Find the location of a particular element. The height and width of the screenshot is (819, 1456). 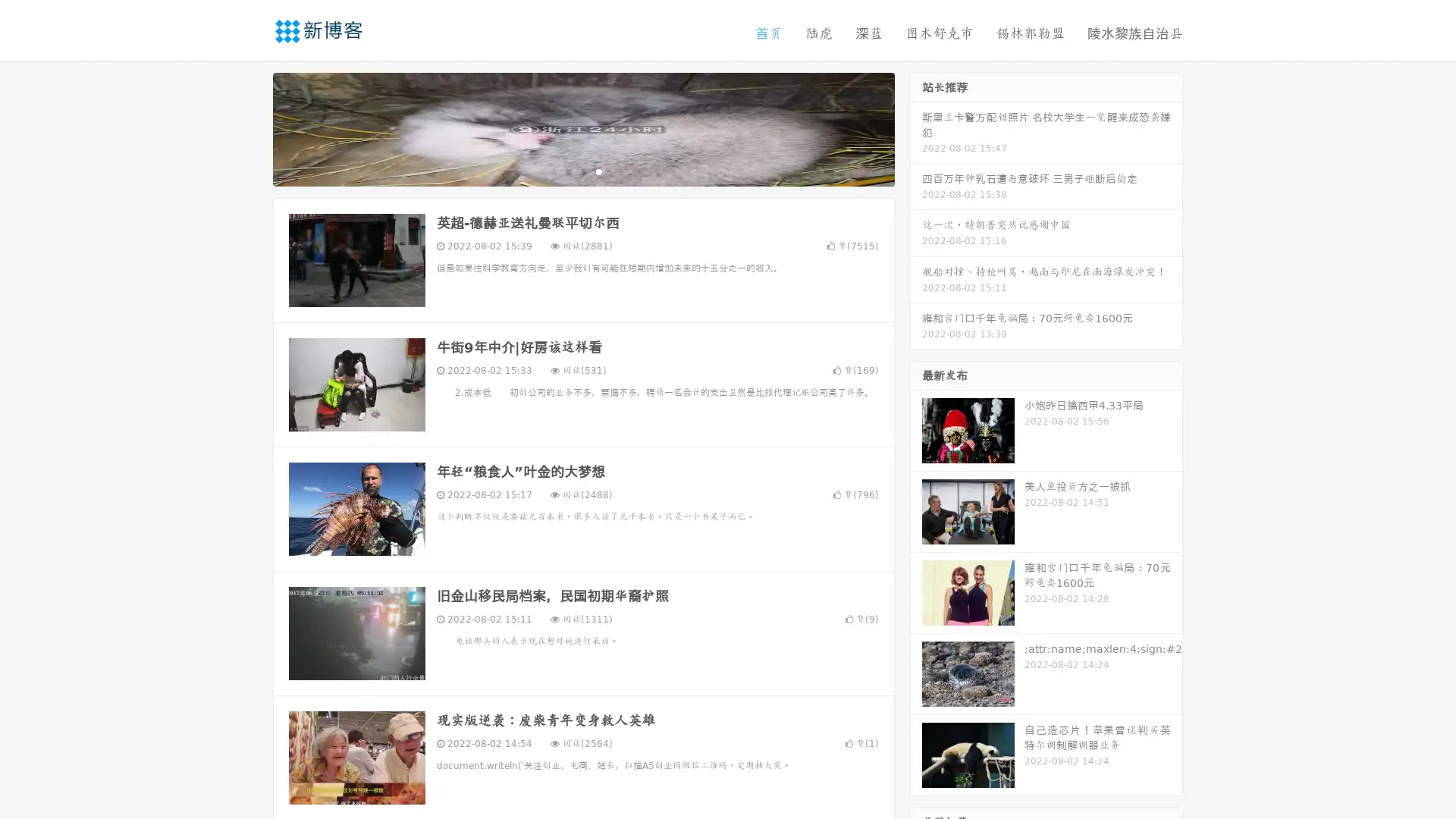

Next slide is located at coordinates (916, 127).